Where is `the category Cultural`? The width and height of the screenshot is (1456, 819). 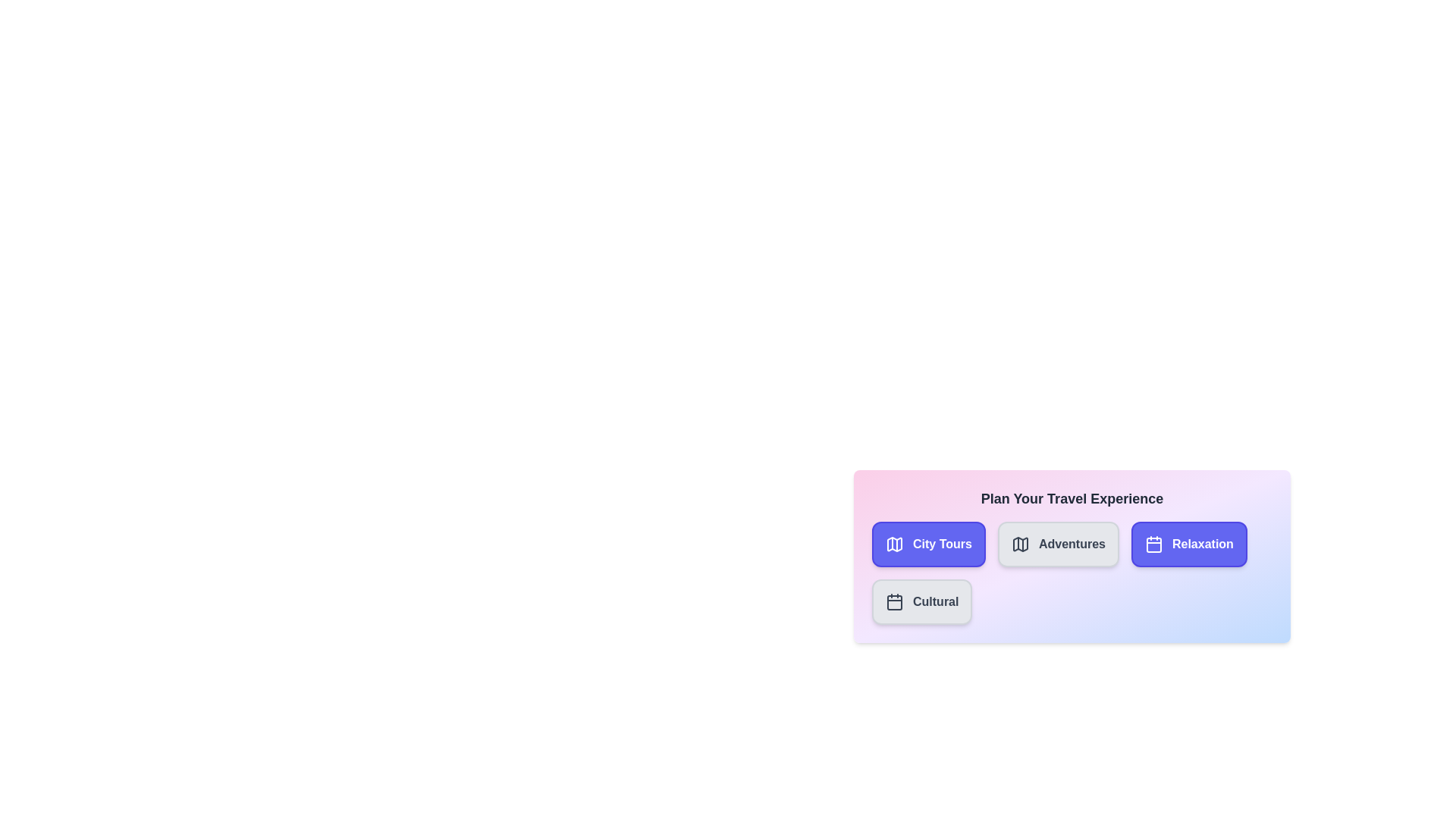
the category Cultural is located at coordinates (921, 601).